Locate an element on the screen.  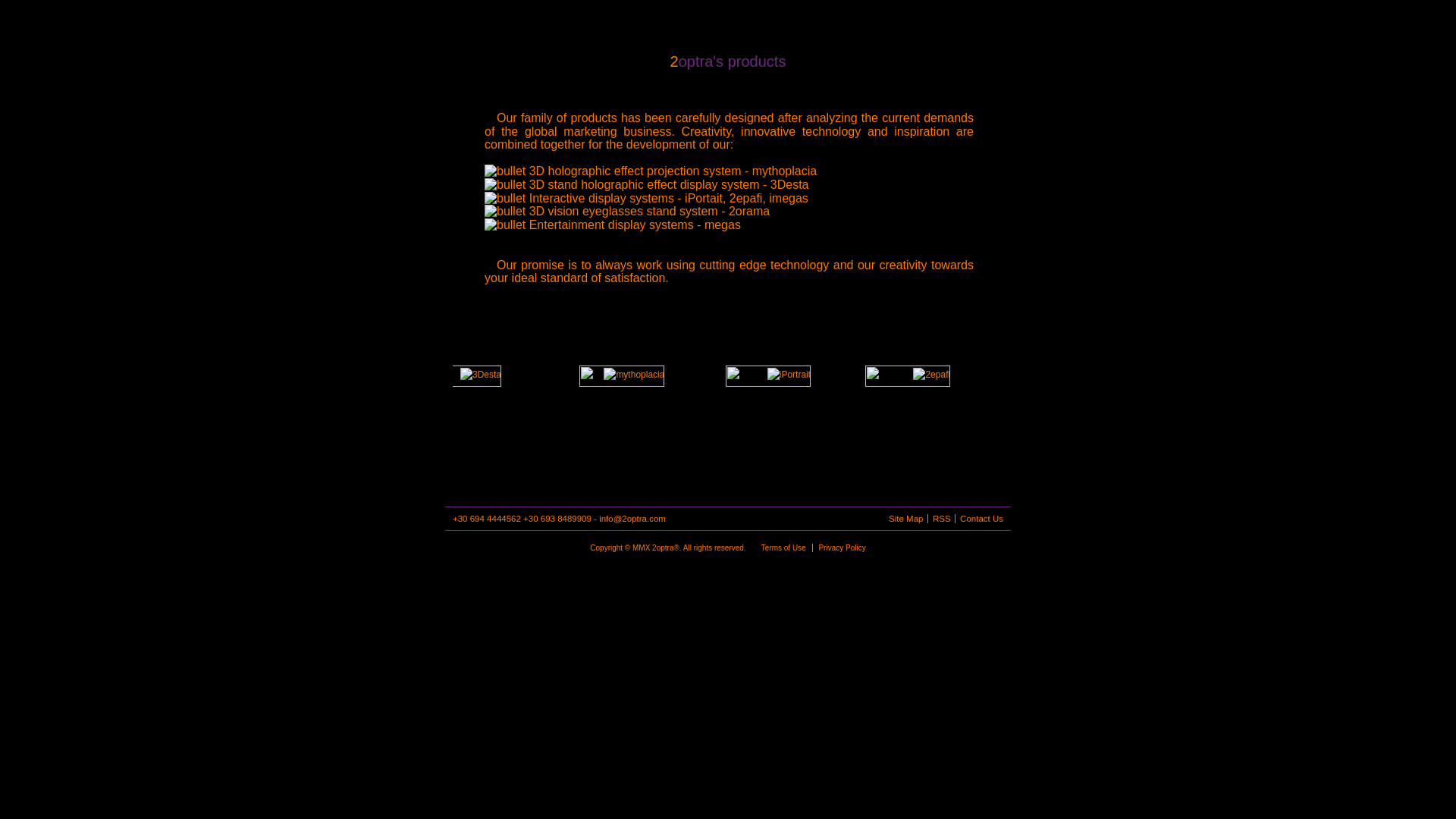
'Site Map' is located at coordinates (903, 517).